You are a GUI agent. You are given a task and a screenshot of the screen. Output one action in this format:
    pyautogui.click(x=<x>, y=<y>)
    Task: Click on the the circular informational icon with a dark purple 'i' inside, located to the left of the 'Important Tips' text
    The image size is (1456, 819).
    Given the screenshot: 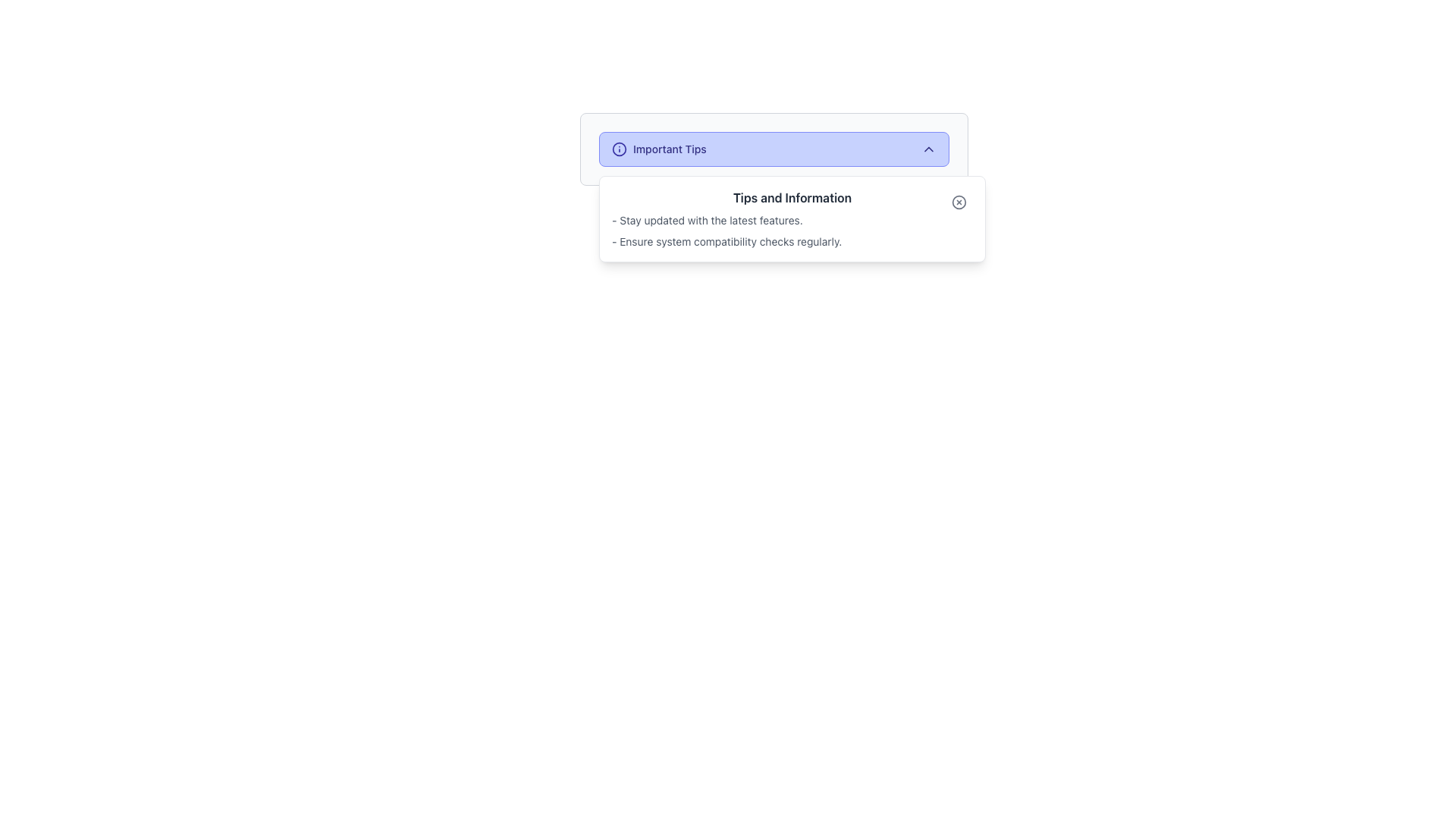 What is the action you would take?
    pyautogui.click(x=619, y=149)
    